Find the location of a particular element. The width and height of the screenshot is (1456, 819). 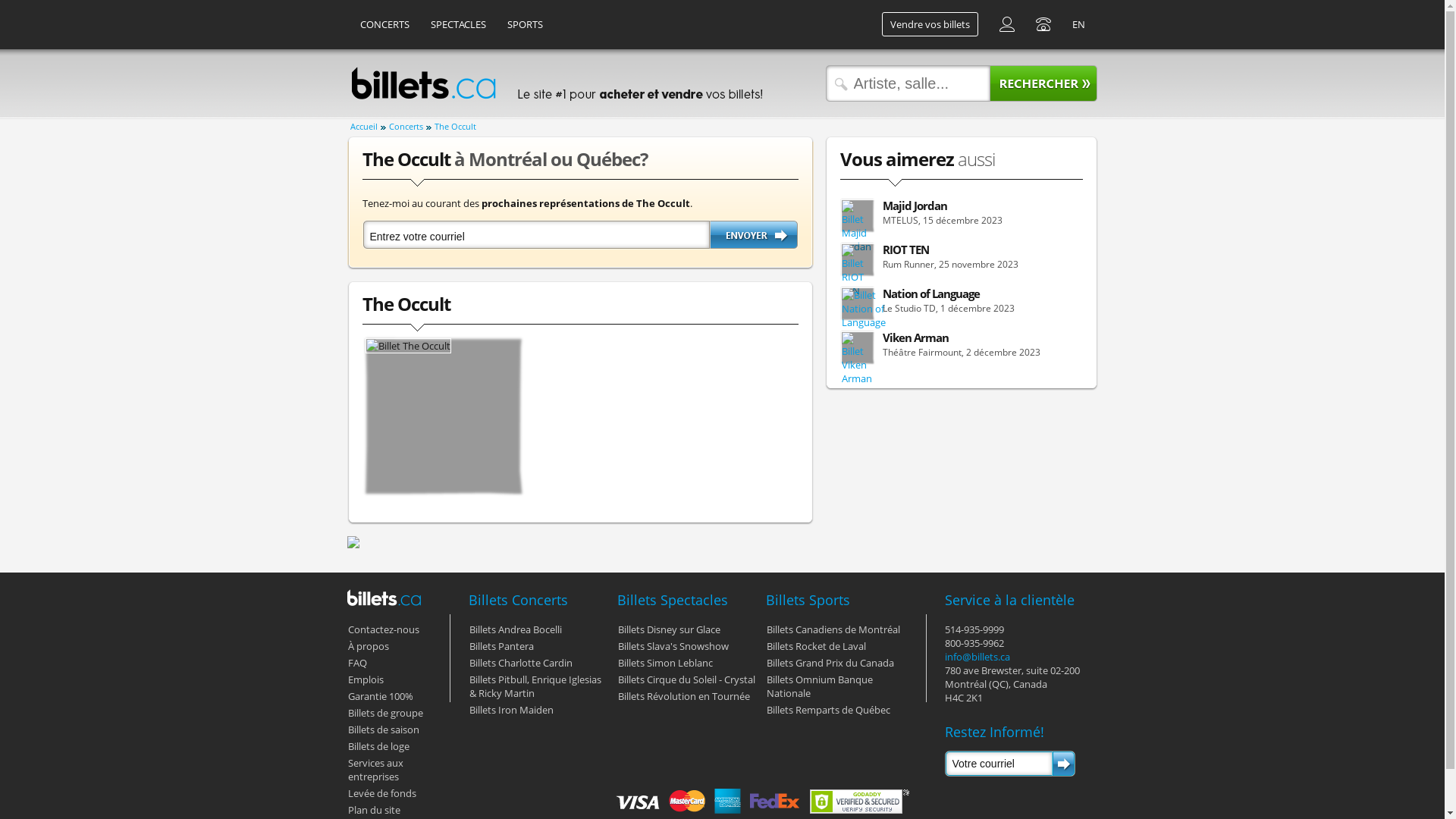

'Billets Iron Maiden' is located at coordinates (510, 710).